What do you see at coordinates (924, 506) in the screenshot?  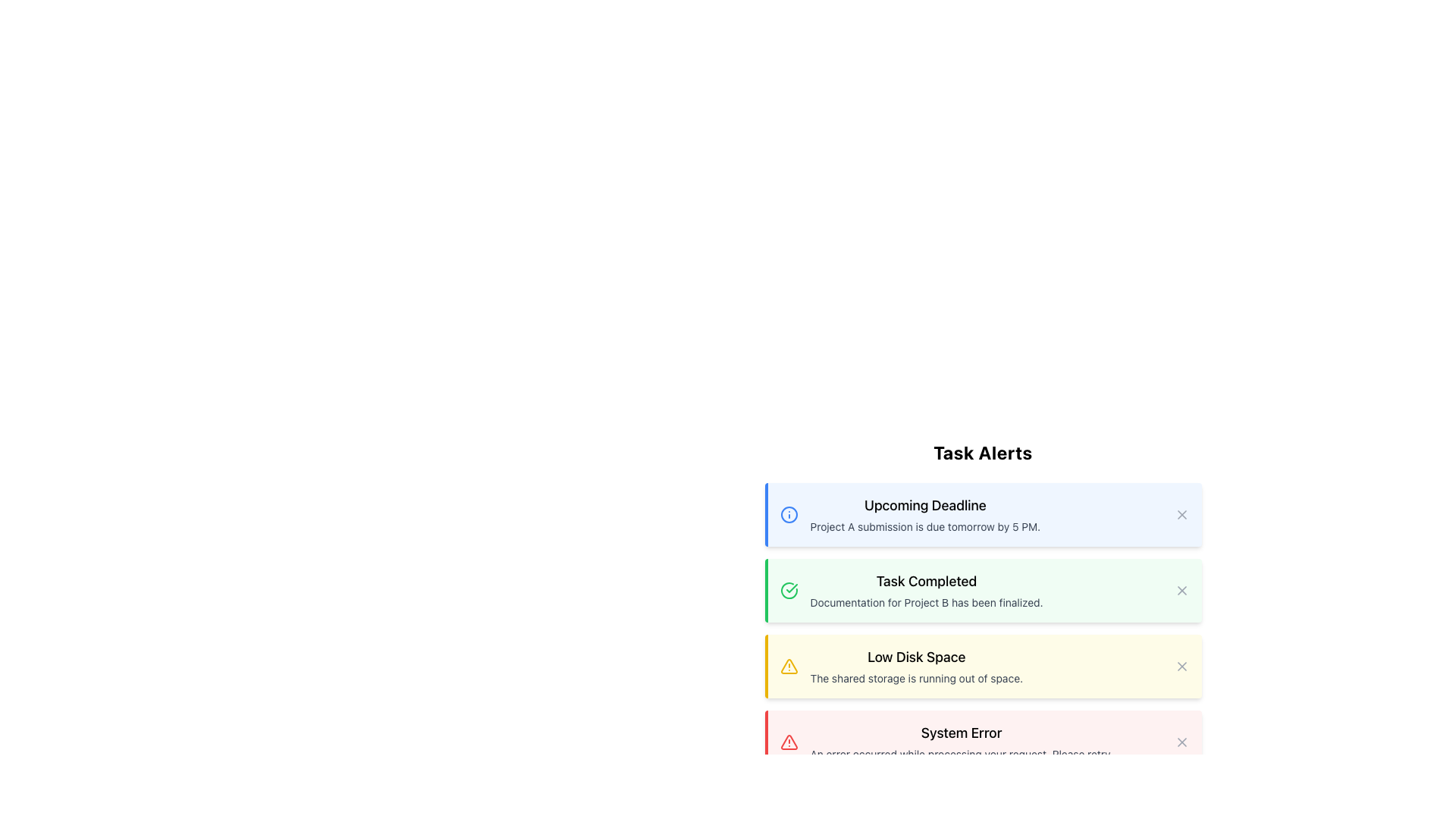 I see `the header text of the first notification box in the 'Task Alerts' section, which summarizes the alert about 'Project A submission is due tomorrow by 5 PM.'` at bounding box center [924, 506].